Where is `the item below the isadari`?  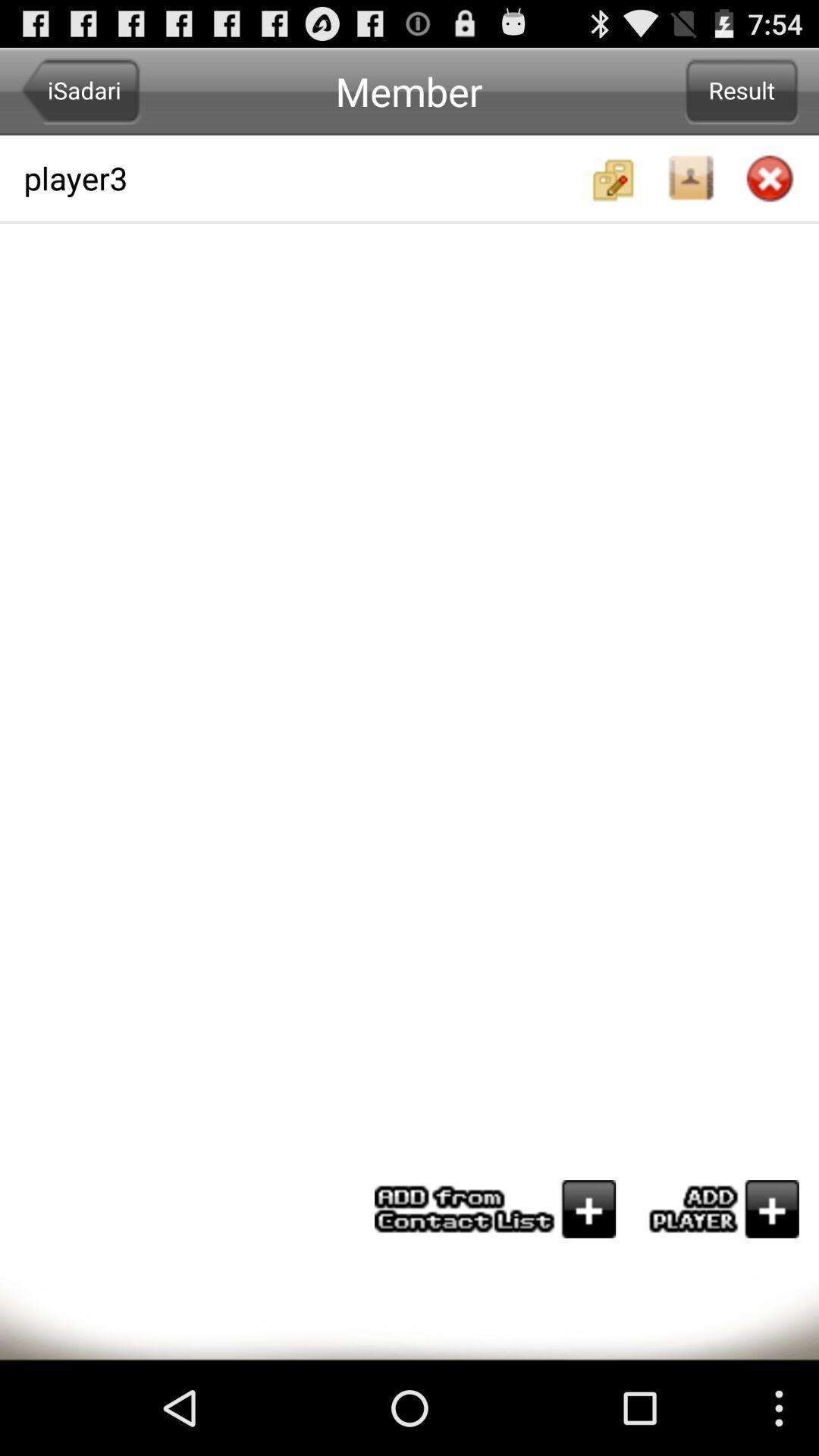 the item below the isadari is located at coordinates (304, 178).